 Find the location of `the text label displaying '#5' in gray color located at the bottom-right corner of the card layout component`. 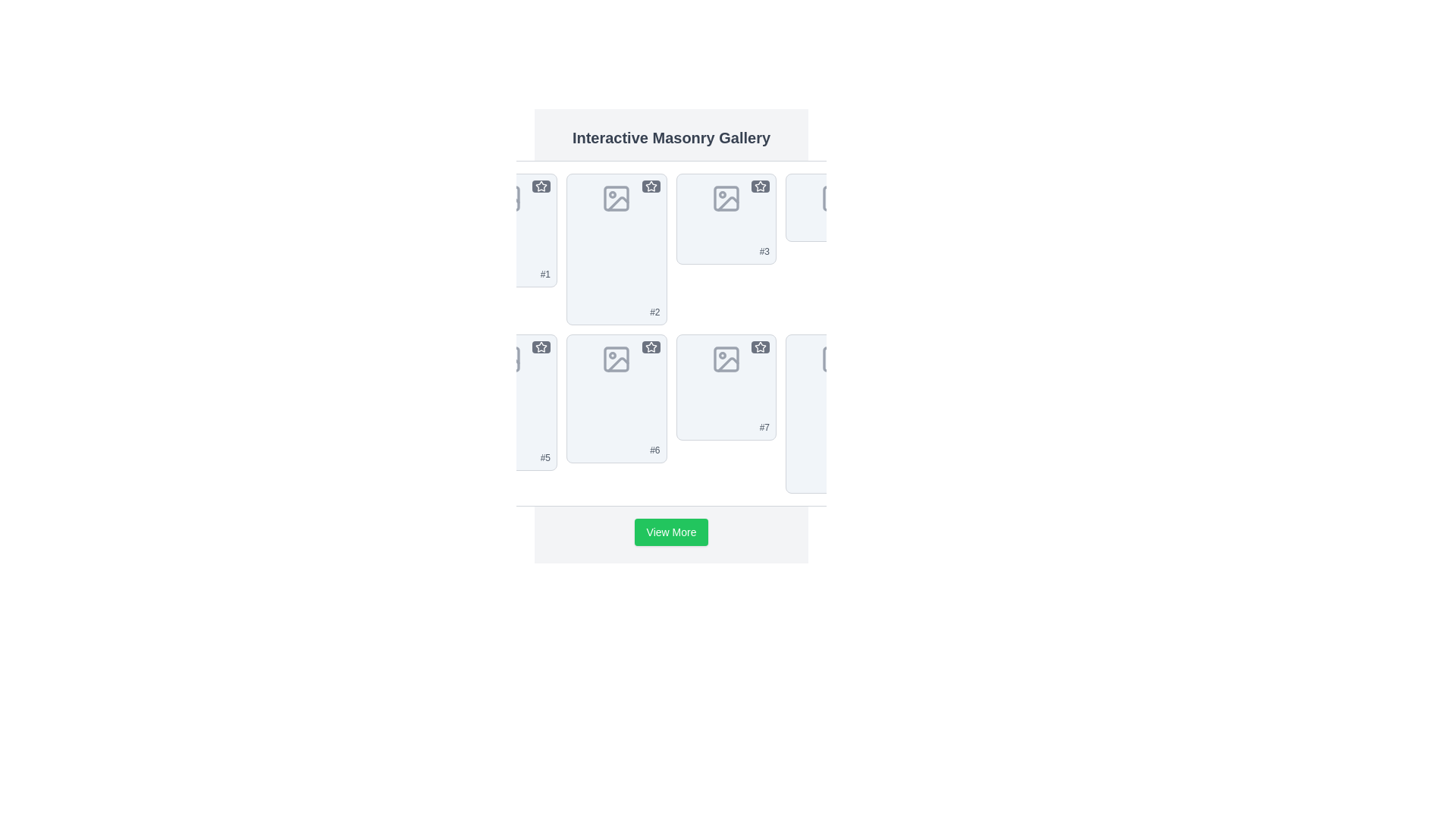

the text label displaying '#5' in gray color located at the bottom-right corner of the card layout component is located at coordinates (545, 457).